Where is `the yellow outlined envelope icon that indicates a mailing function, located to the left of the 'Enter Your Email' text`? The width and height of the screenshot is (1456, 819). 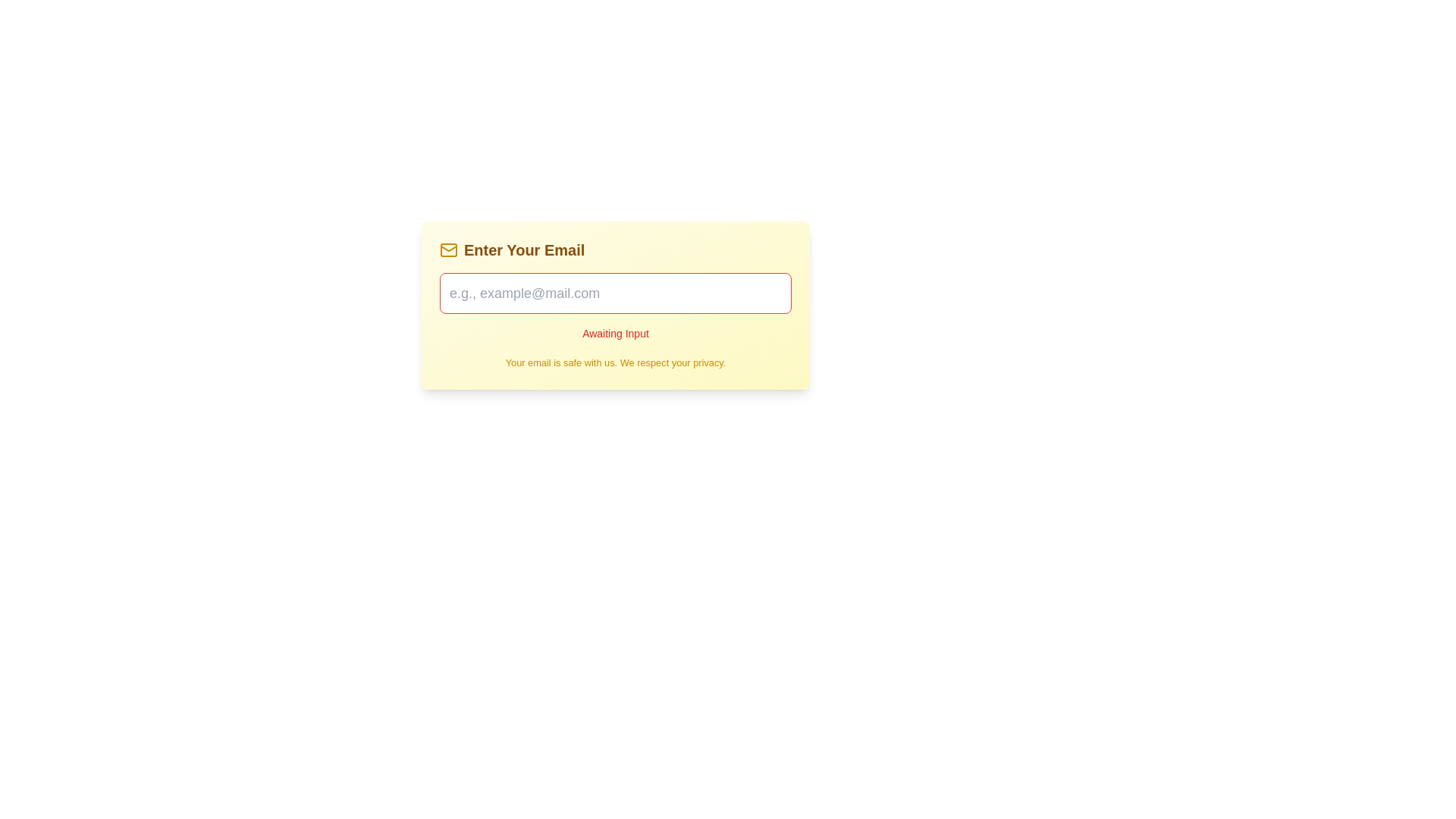 the yellow outlined envelope icon that indicates a mailing function, located to the left of the 'Enter Your Email' text is located at coordinates (447, 249).